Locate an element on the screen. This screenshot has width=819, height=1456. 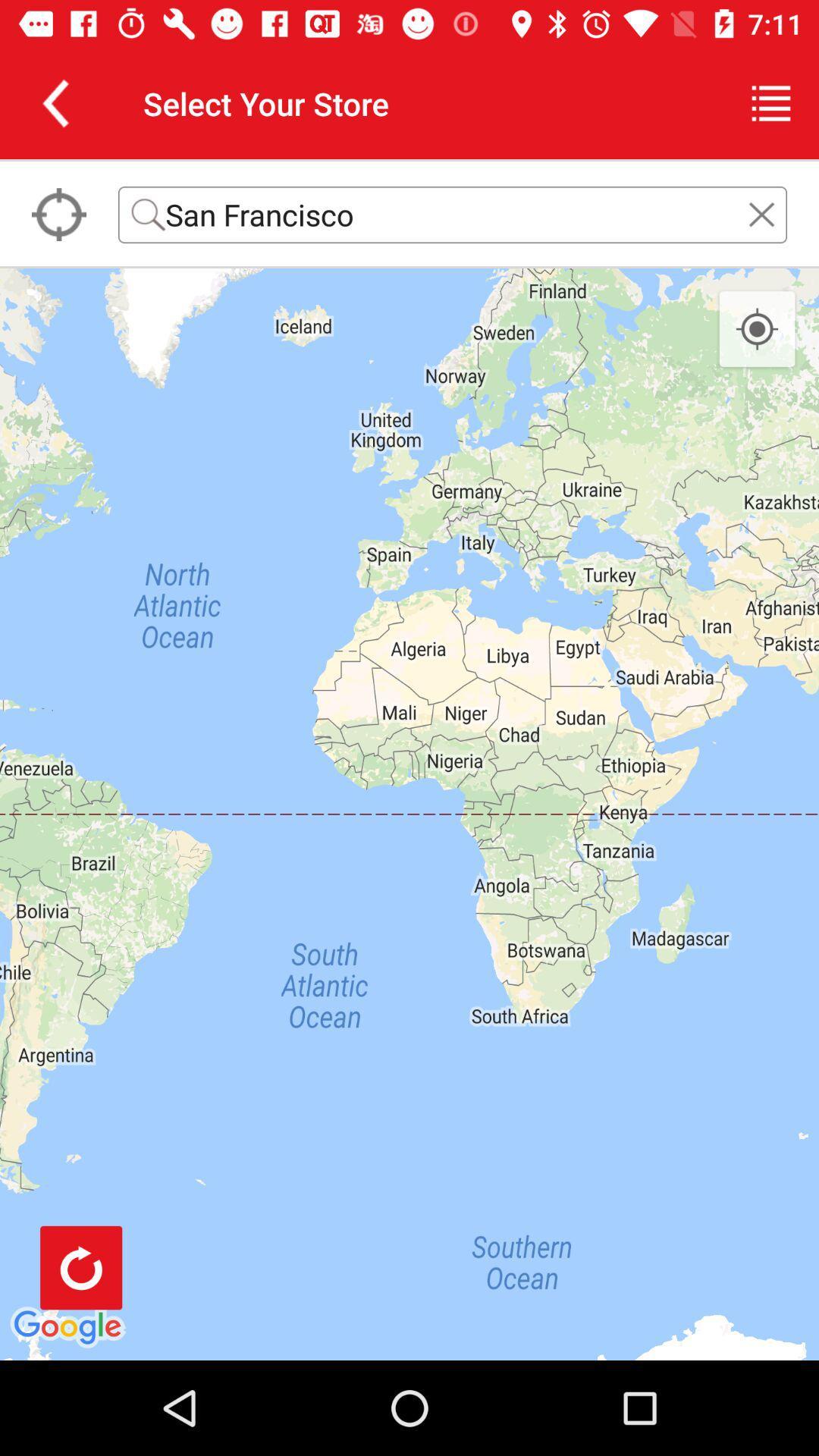
icon to the right of the select your store item is located at coordinates (771, 102).